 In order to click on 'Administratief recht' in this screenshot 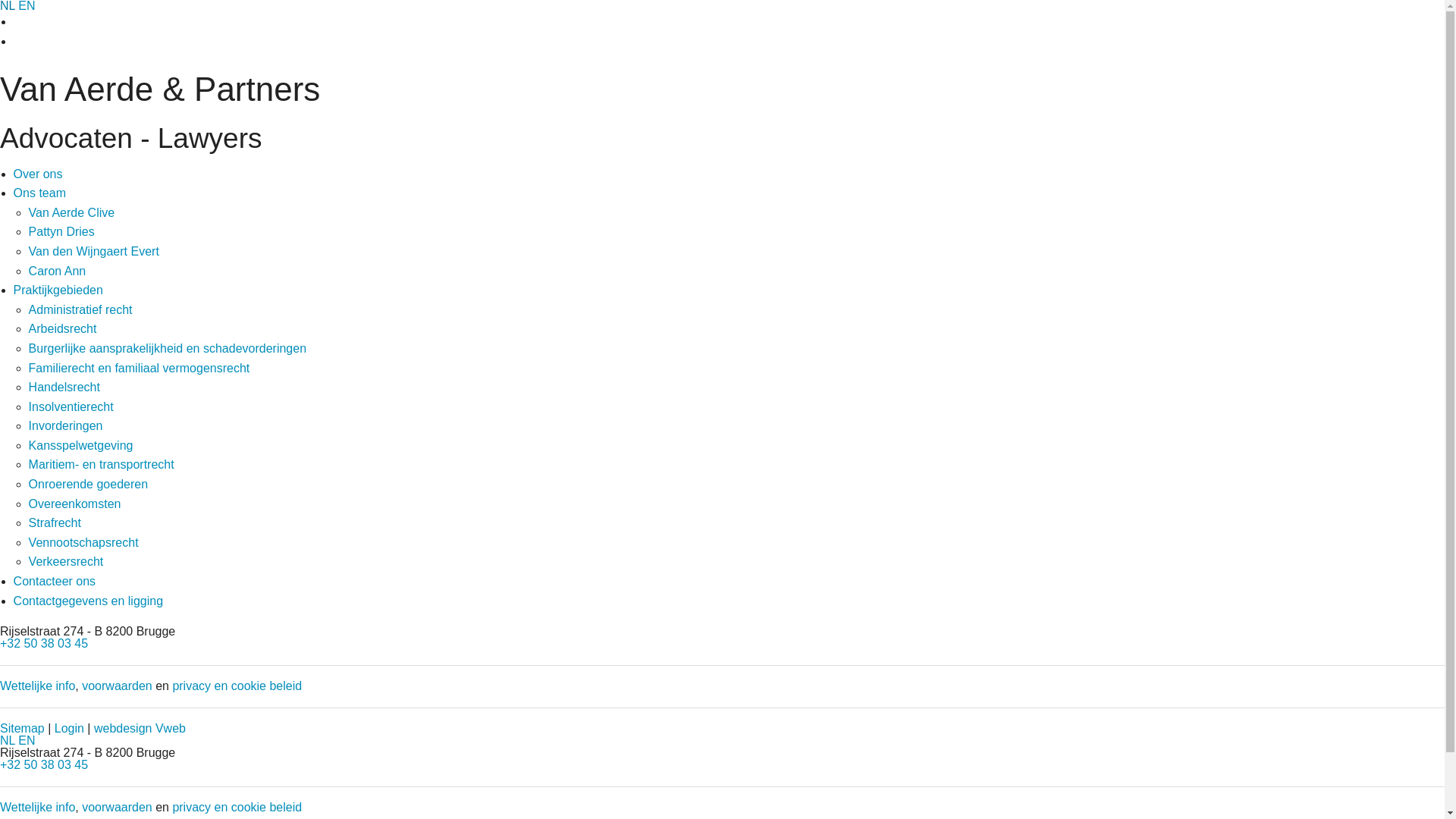, I will do `click(80, 309)`.